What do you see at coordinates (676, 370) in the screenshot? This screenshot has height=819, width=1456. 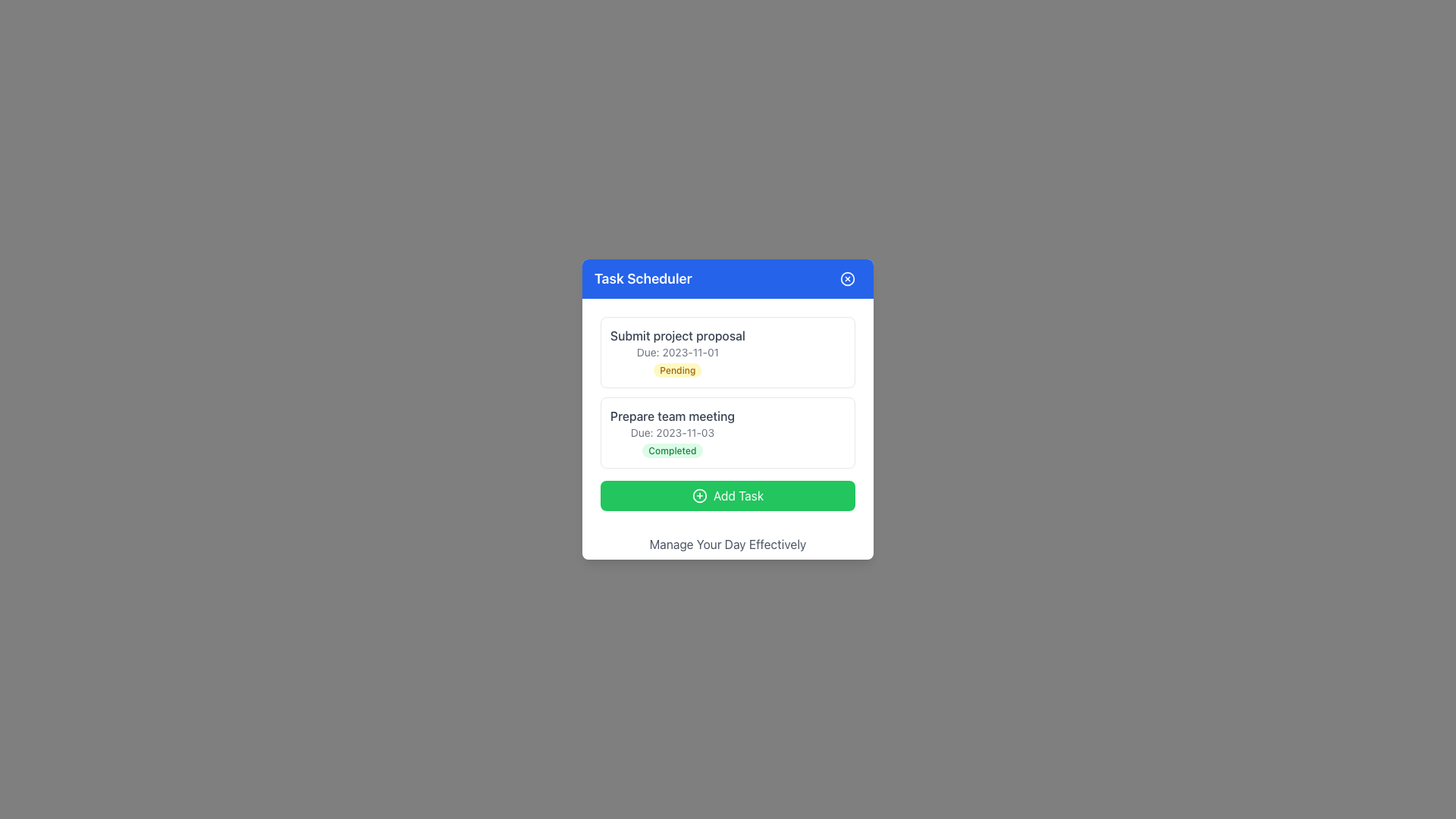 I see `text displayed on the 'Pending' status badge located in the bottom-right portion of the 'Submit project proposal' task box, centered under the 'Due: 2023-11-01' text` at bounding box center [676, 370].